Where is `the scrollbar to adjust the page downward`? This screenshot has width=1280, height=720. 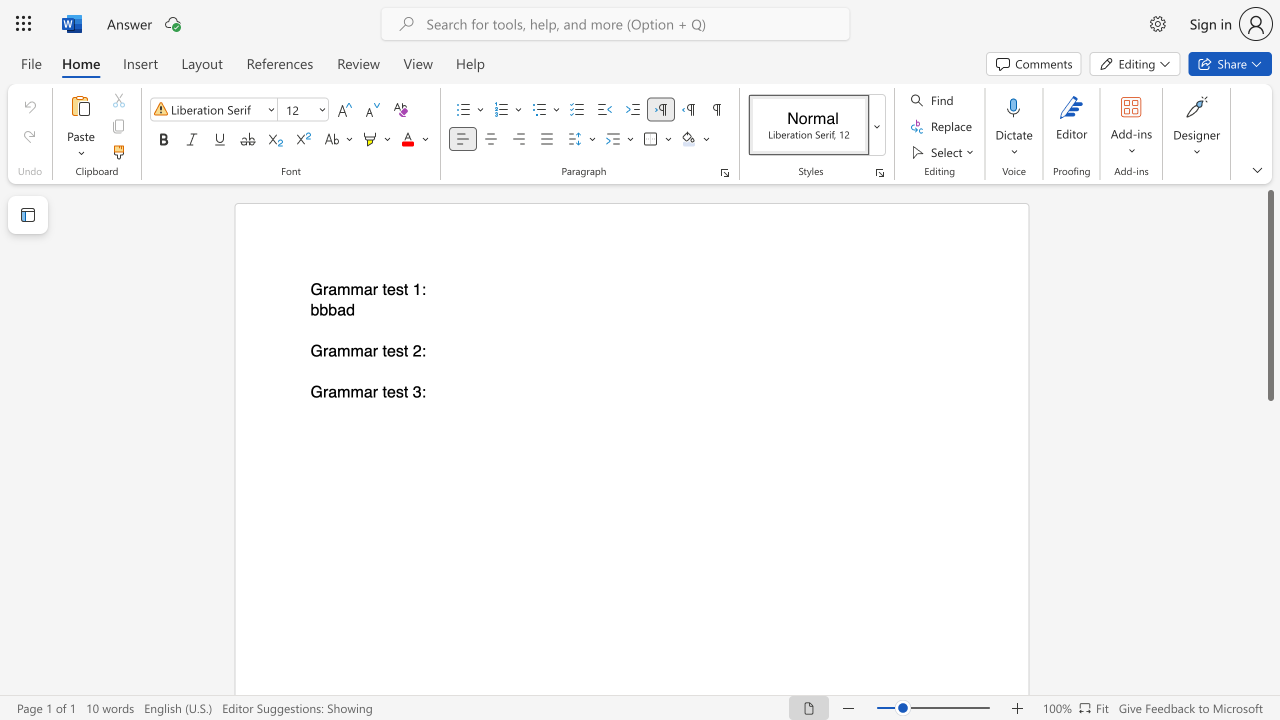
the scrollbar to adjust the page downward is located at coordinates (1269, 460).